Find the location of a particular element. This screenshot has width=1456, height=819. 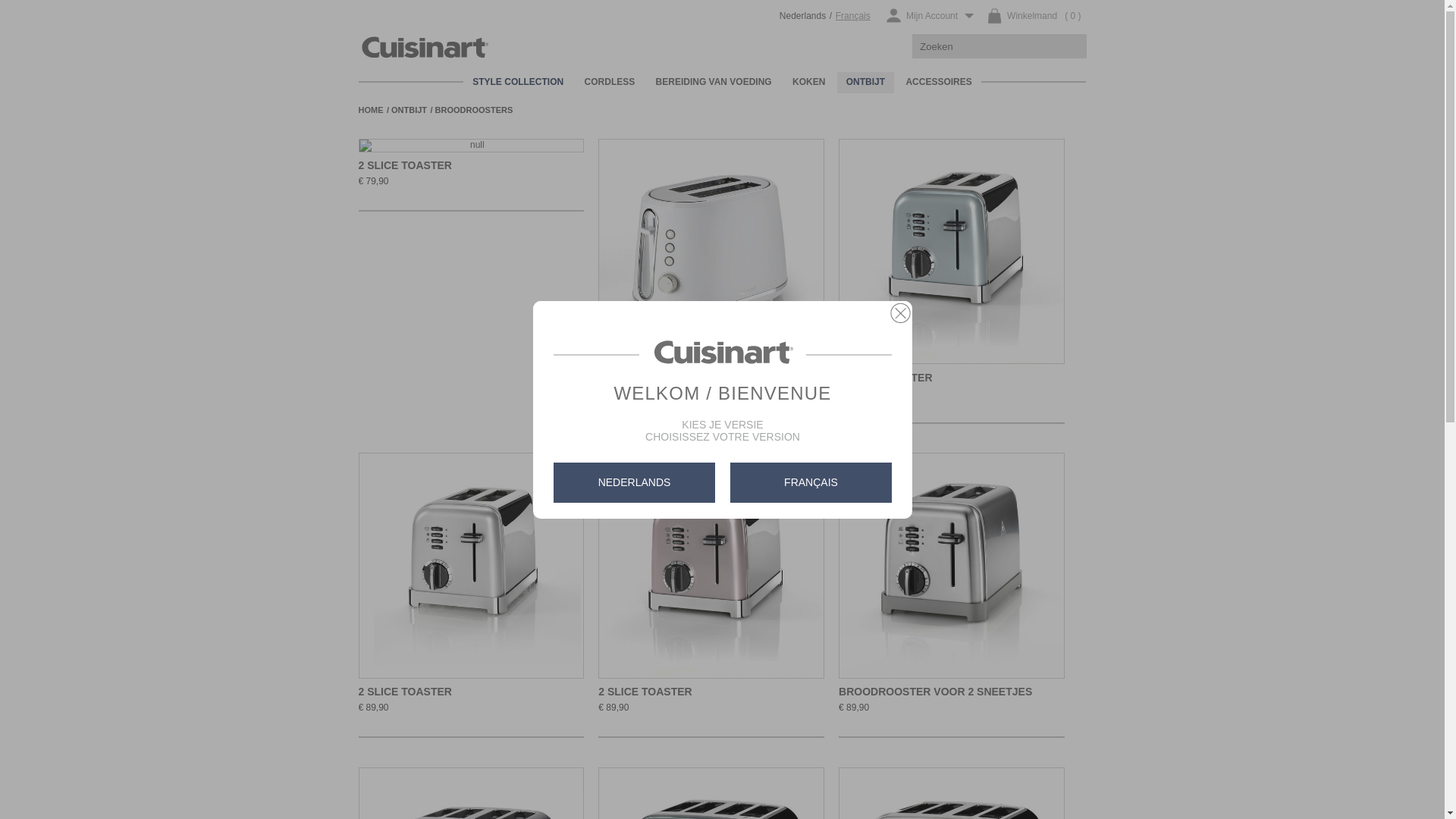

'ONTBIJT' is located at coordinates (865, 82).